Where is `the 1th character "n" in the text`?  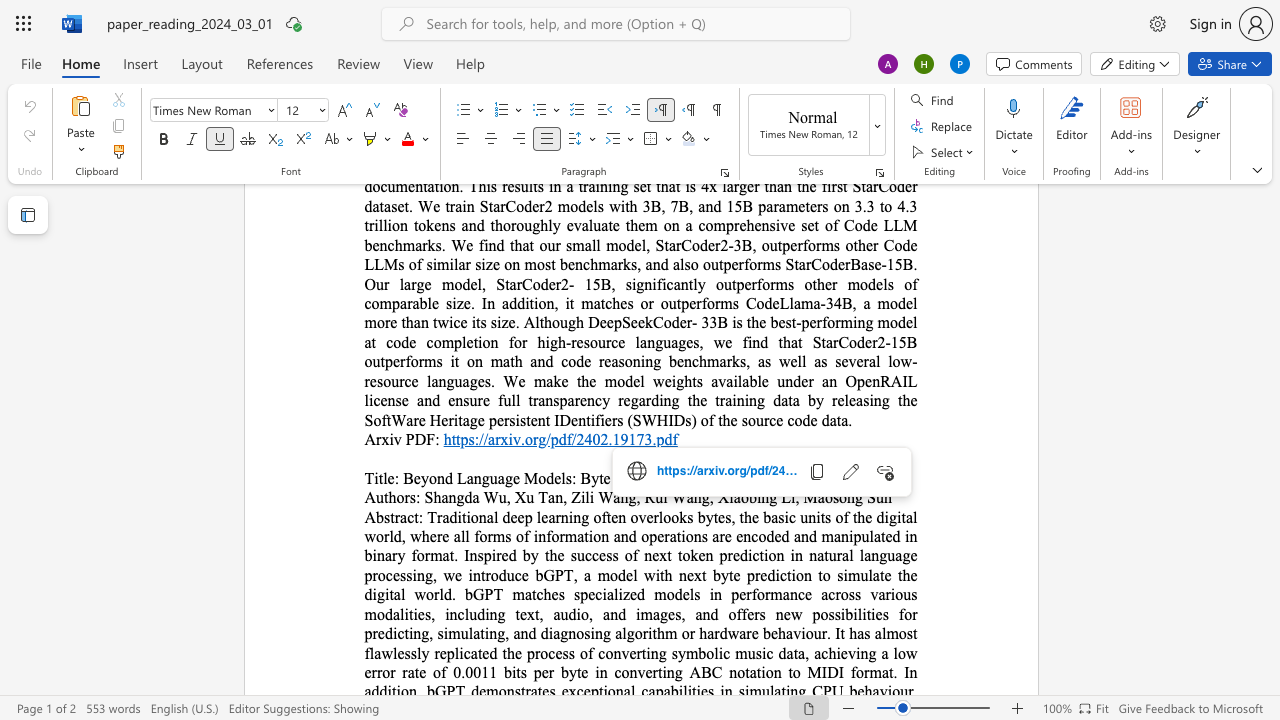 the 1th character "n" in the text is located at coordinates (451, 496).